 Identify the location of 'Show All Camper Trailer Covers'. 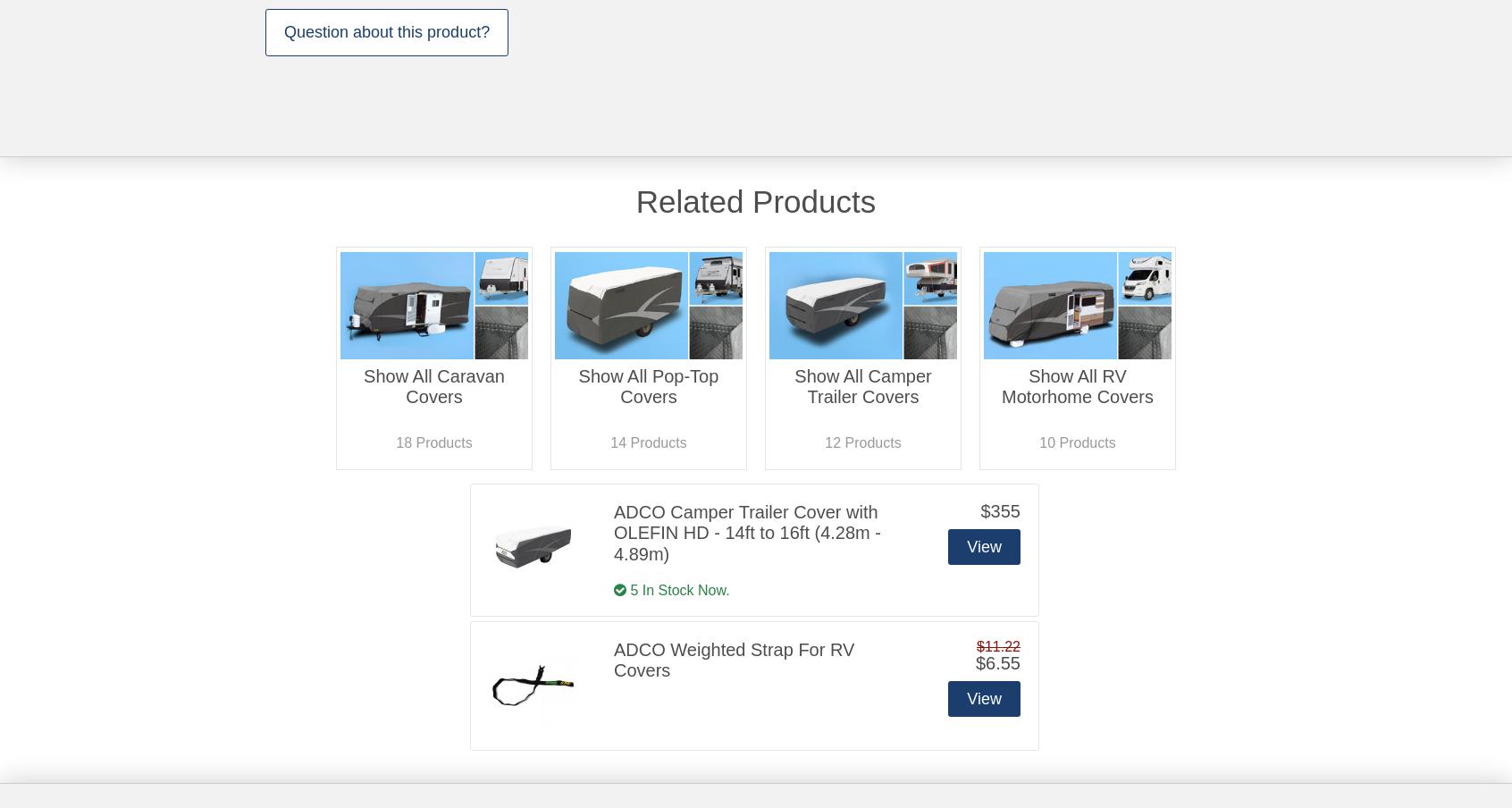
(793, 386).